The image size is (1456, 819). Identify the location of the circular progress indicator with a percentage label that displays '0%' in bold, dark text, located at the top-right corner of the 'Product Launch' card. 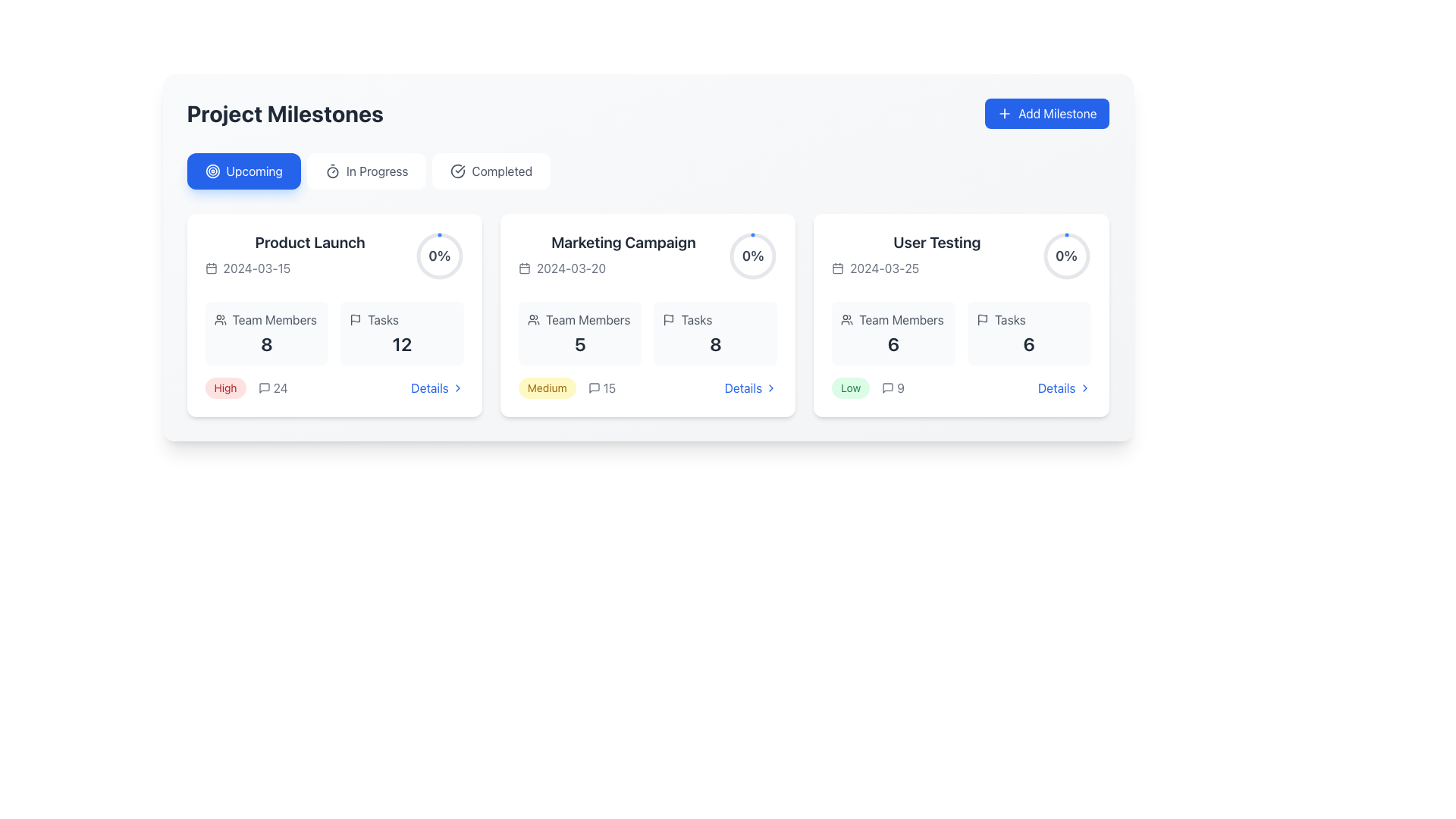
(438, 256).